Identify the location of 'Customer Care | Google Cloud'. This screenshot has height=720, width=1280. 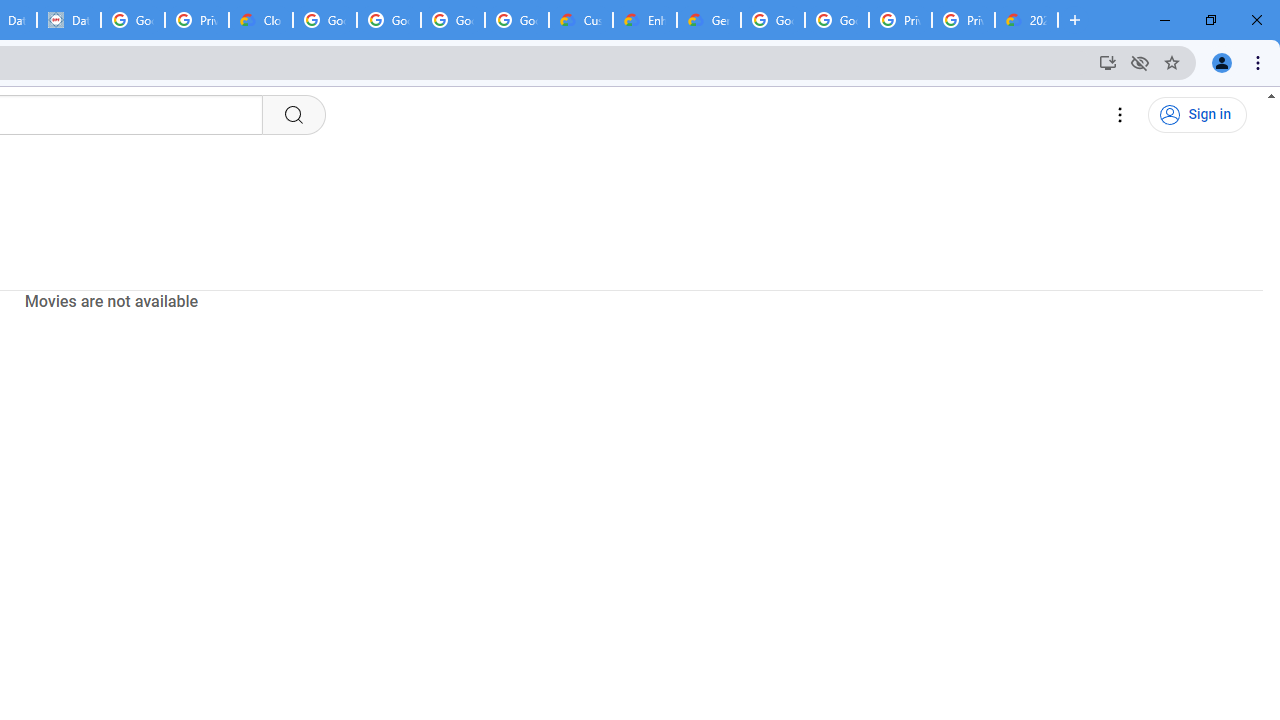
(580, 20).